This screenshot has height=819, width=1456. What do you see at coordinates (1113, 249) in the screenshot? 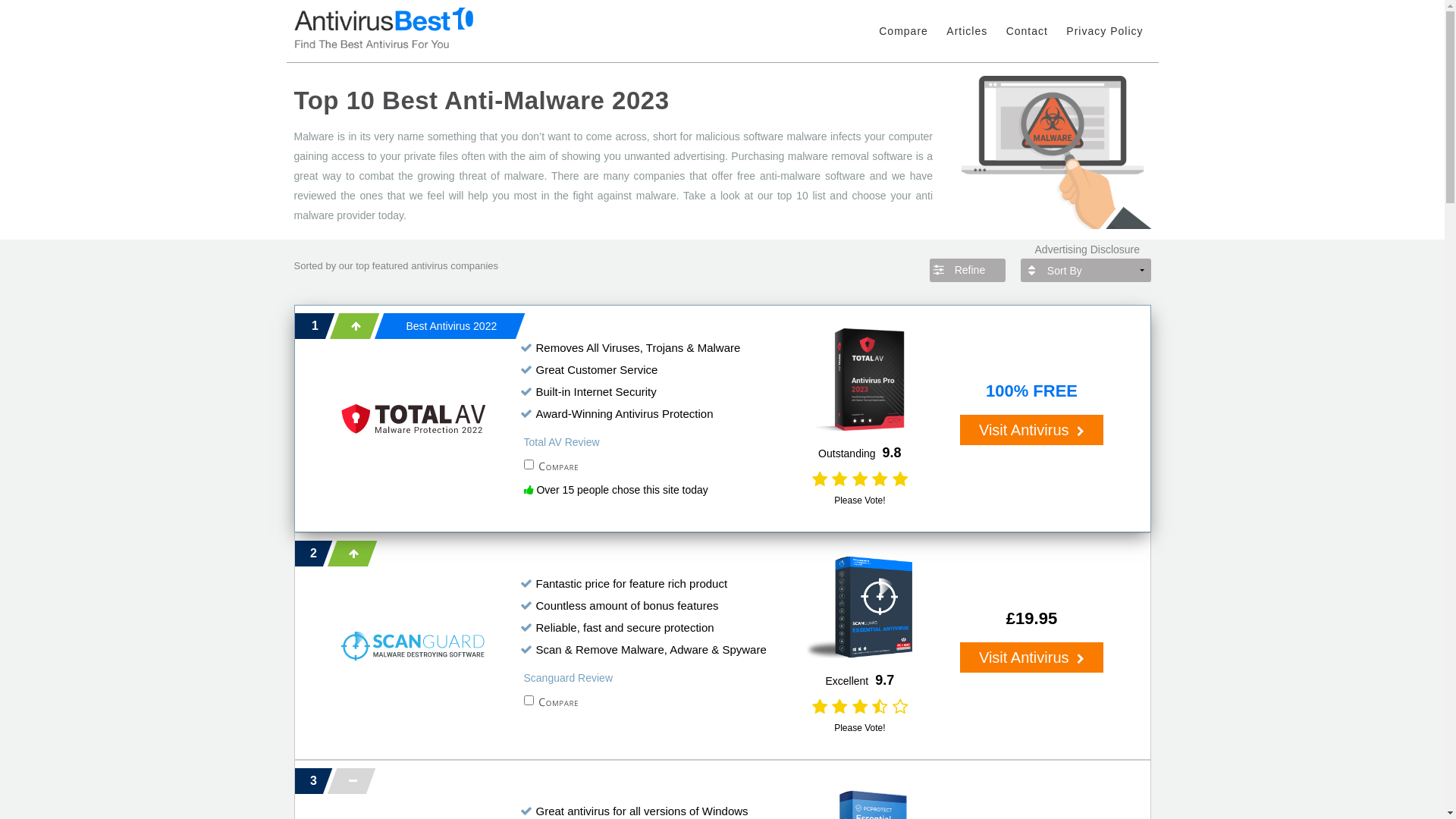
I see `'Advertising Disclosure'` at bounding box center [1113, 249].